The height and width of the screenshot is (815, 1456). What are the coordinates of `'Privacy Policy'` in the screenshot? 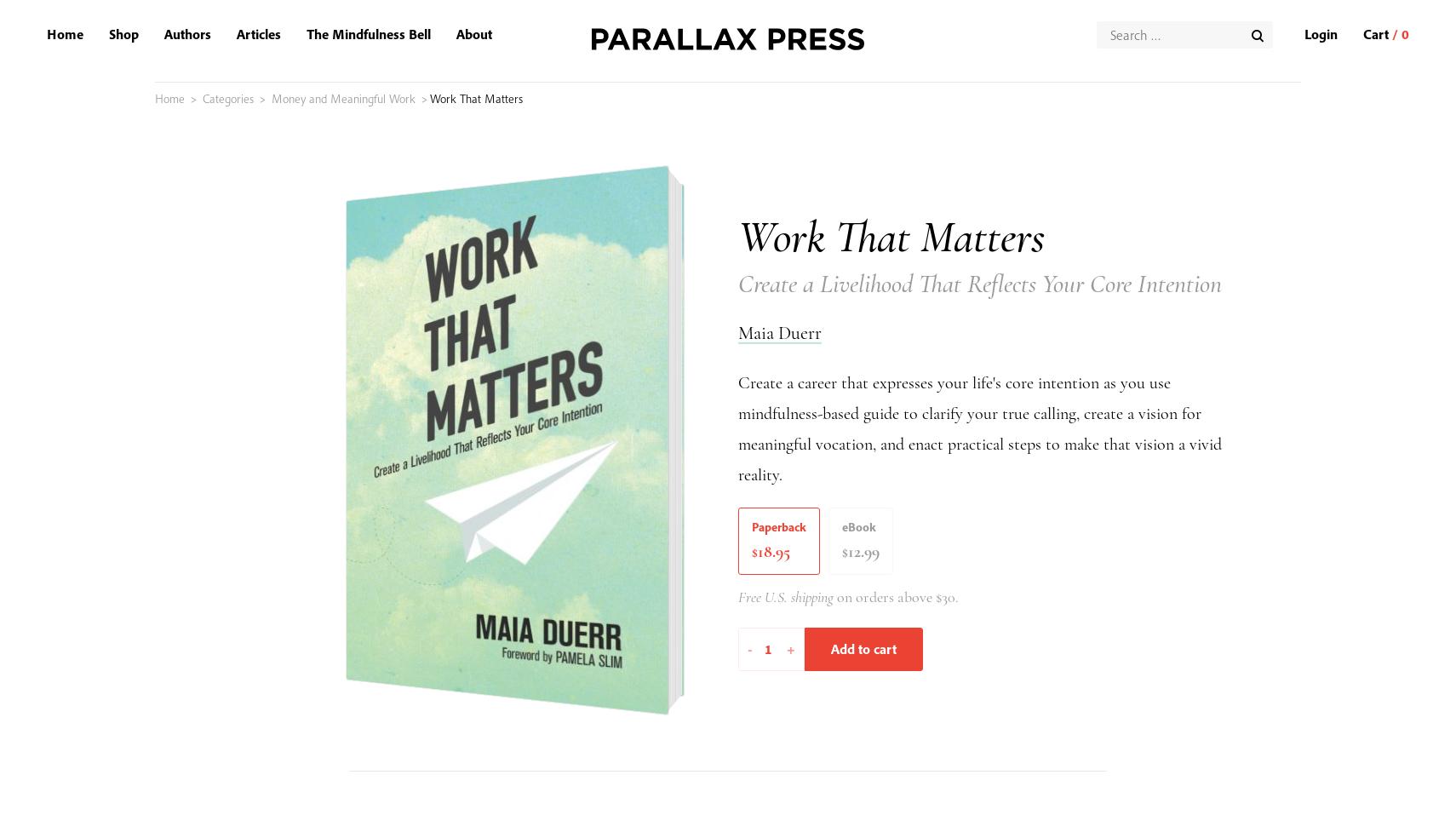 It's located at (164, 683).